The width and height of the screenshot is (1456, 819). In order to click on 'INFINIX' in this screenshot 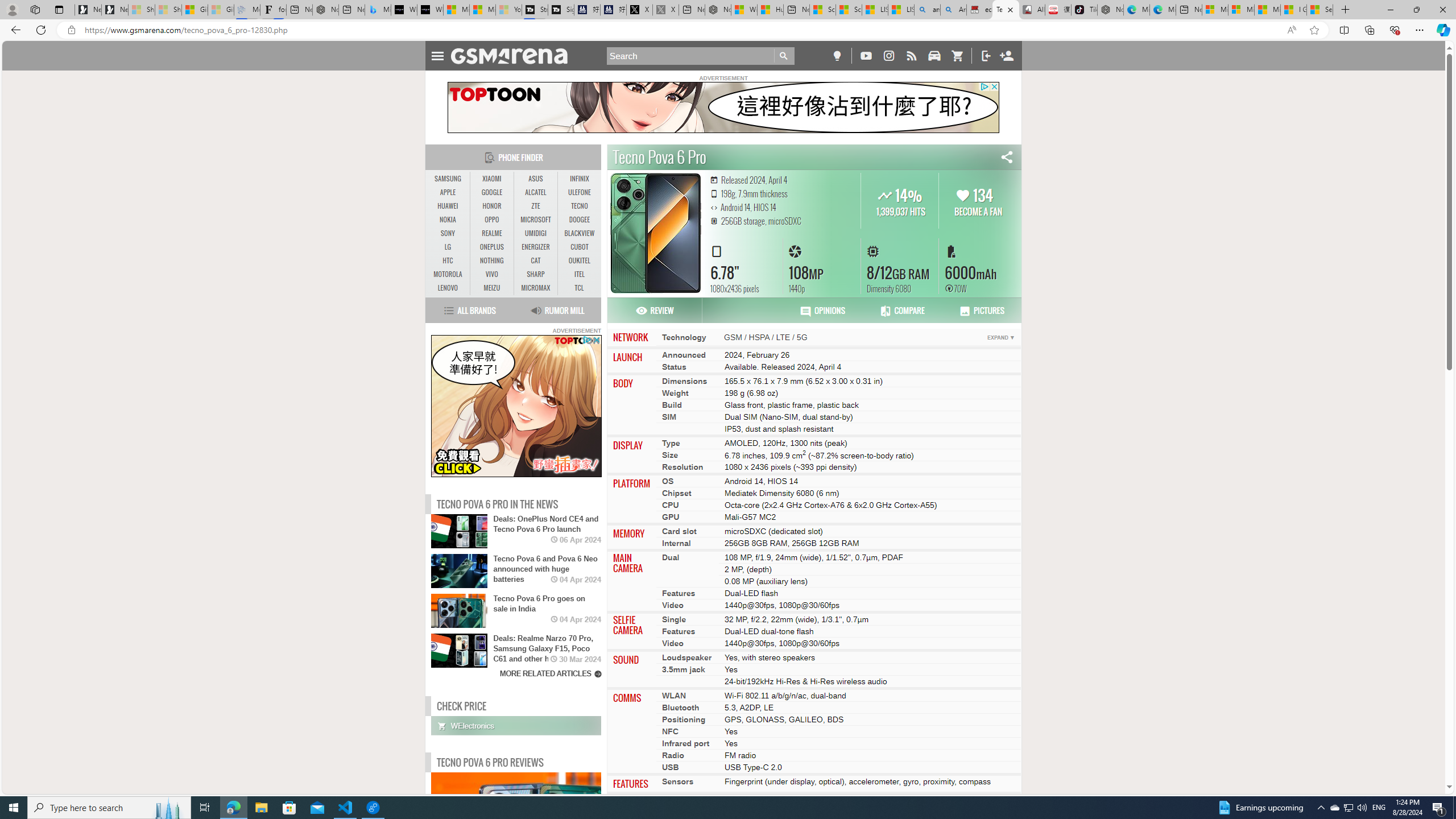, I will do `click(579, 179)`.